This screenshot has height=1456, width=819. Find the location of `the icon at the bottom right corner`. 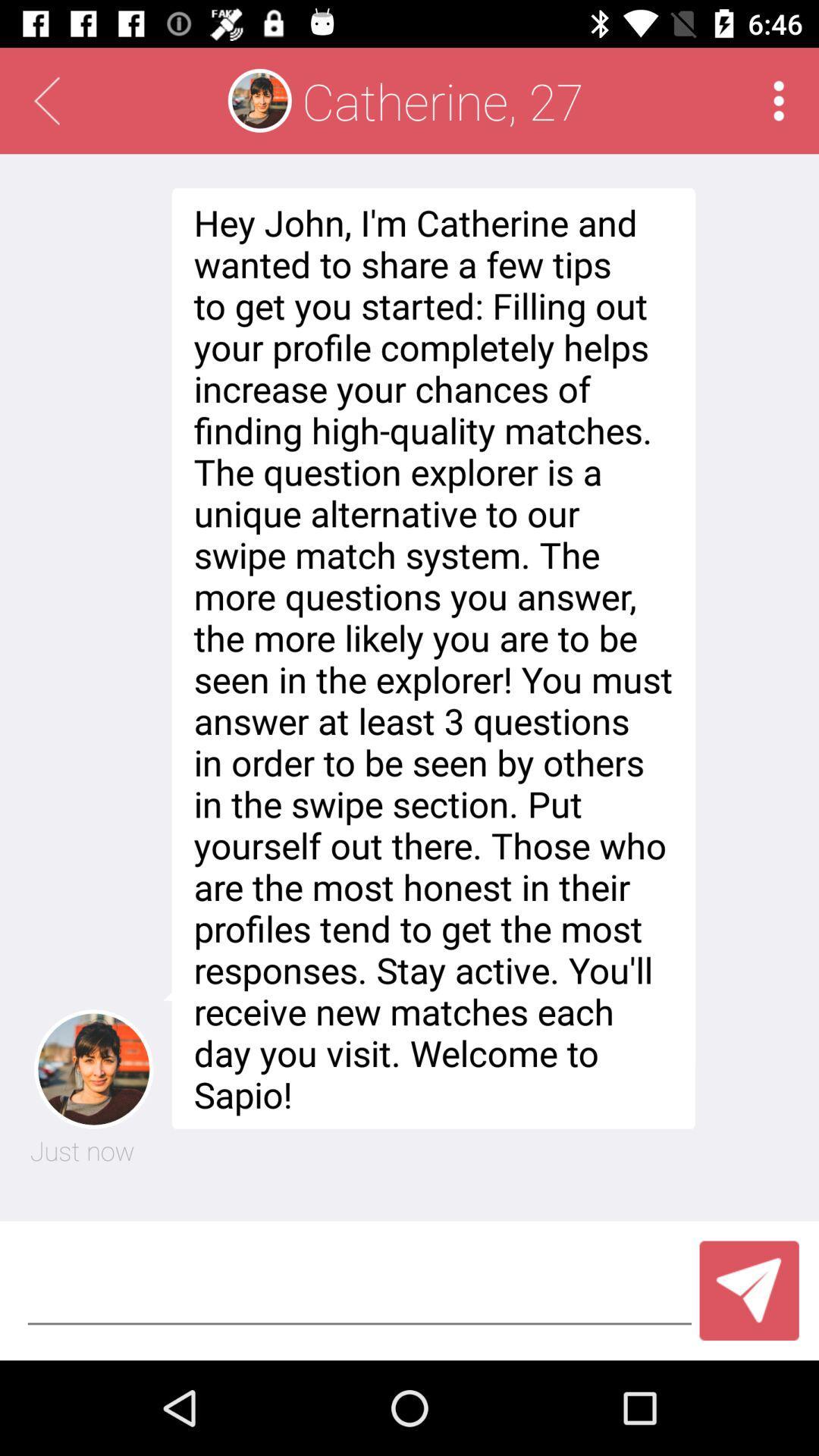

the icon at the bottom right corner is located at coordinates (748, 1290).